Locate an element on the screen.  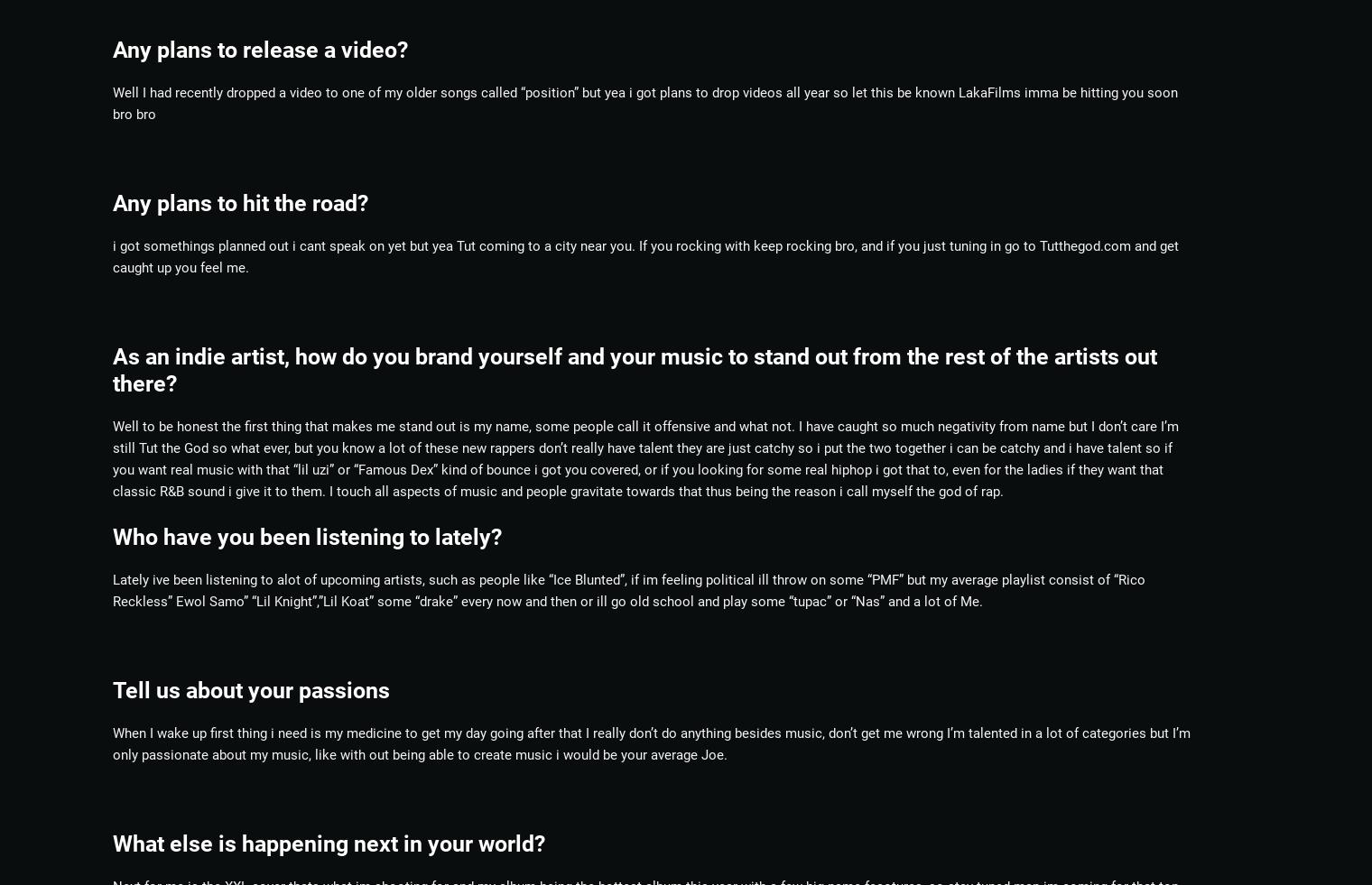
'Lately ive been listening to alot of upcoming artists, such as people like “Ice Blunted”, if im feeling political ill throw on some “PMF” but my average playlist consist of “Rico Reckless” Ewol Samo” “Lil Knight”,”Lil Koat” some “drake” every now and then or ill go old school and play some “tupac” or “Nas” and a lot of Me.' is located at coordinates (629, 590).